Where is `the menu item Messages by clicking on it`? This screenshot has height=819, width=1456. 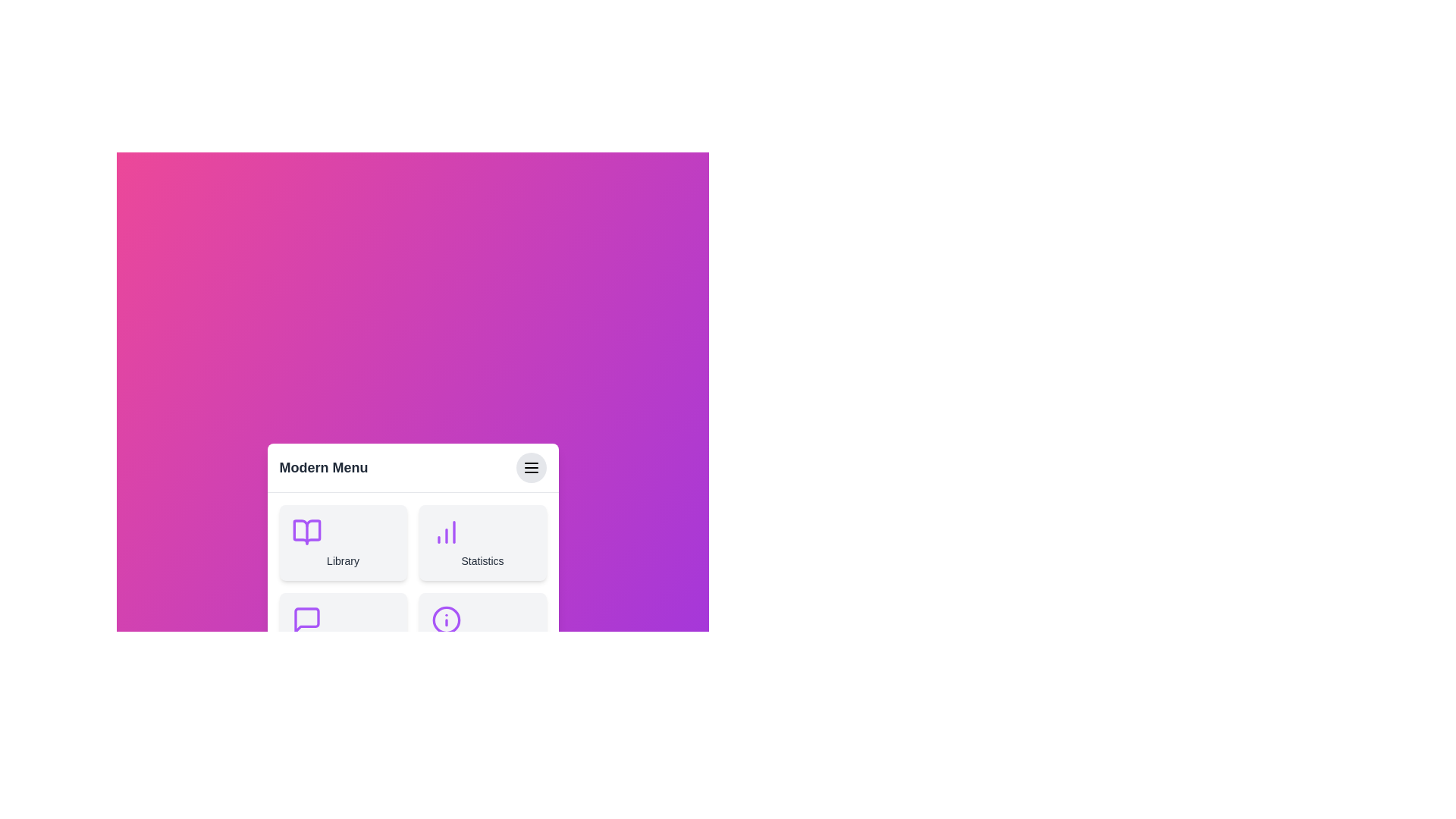
the menu item Messages by clicking on it is located at coordinates (342, 630).